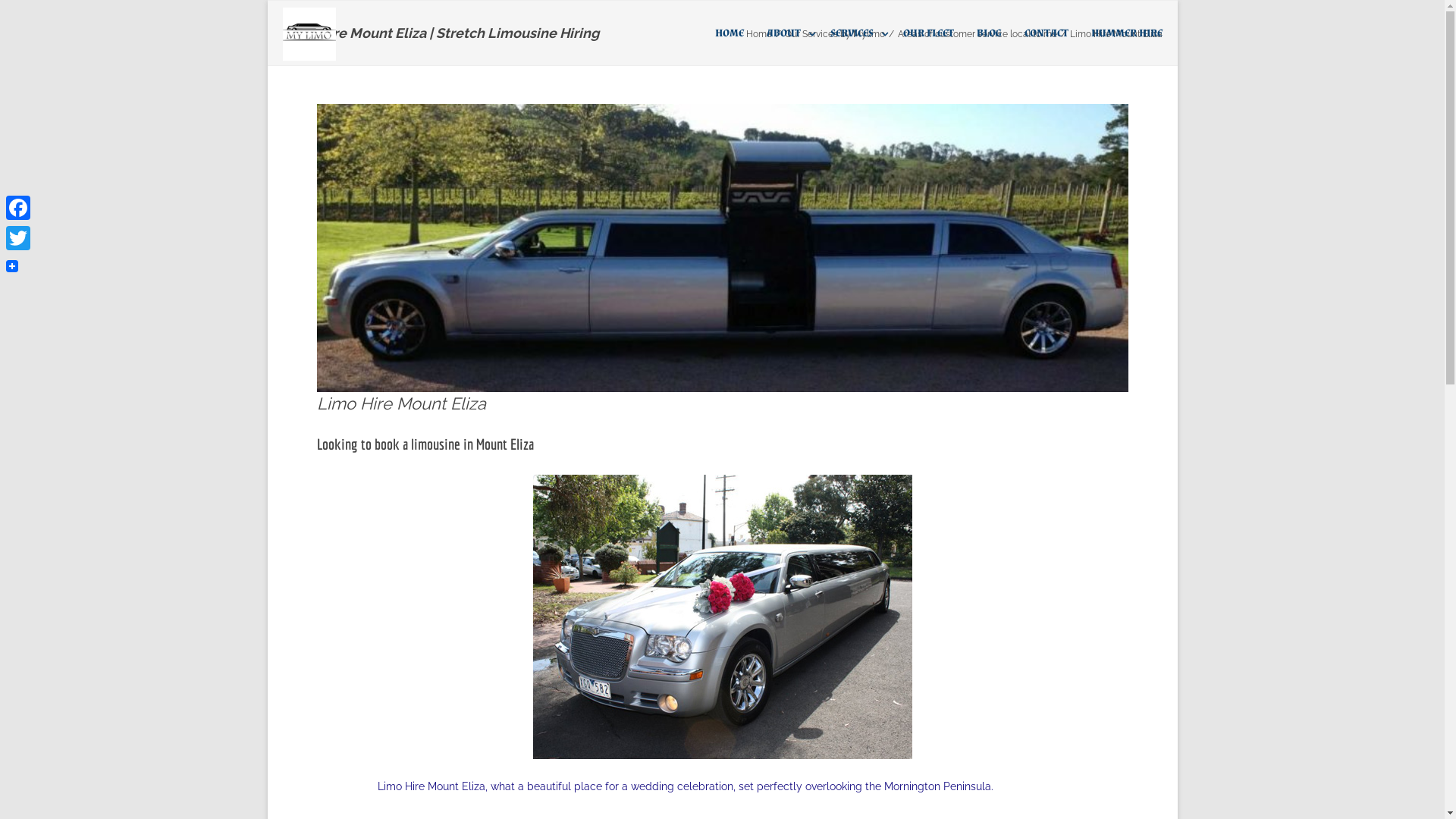 The image size is (1456, 819). I want to click on 'Areas of customer service local to me', so click(977, 34).